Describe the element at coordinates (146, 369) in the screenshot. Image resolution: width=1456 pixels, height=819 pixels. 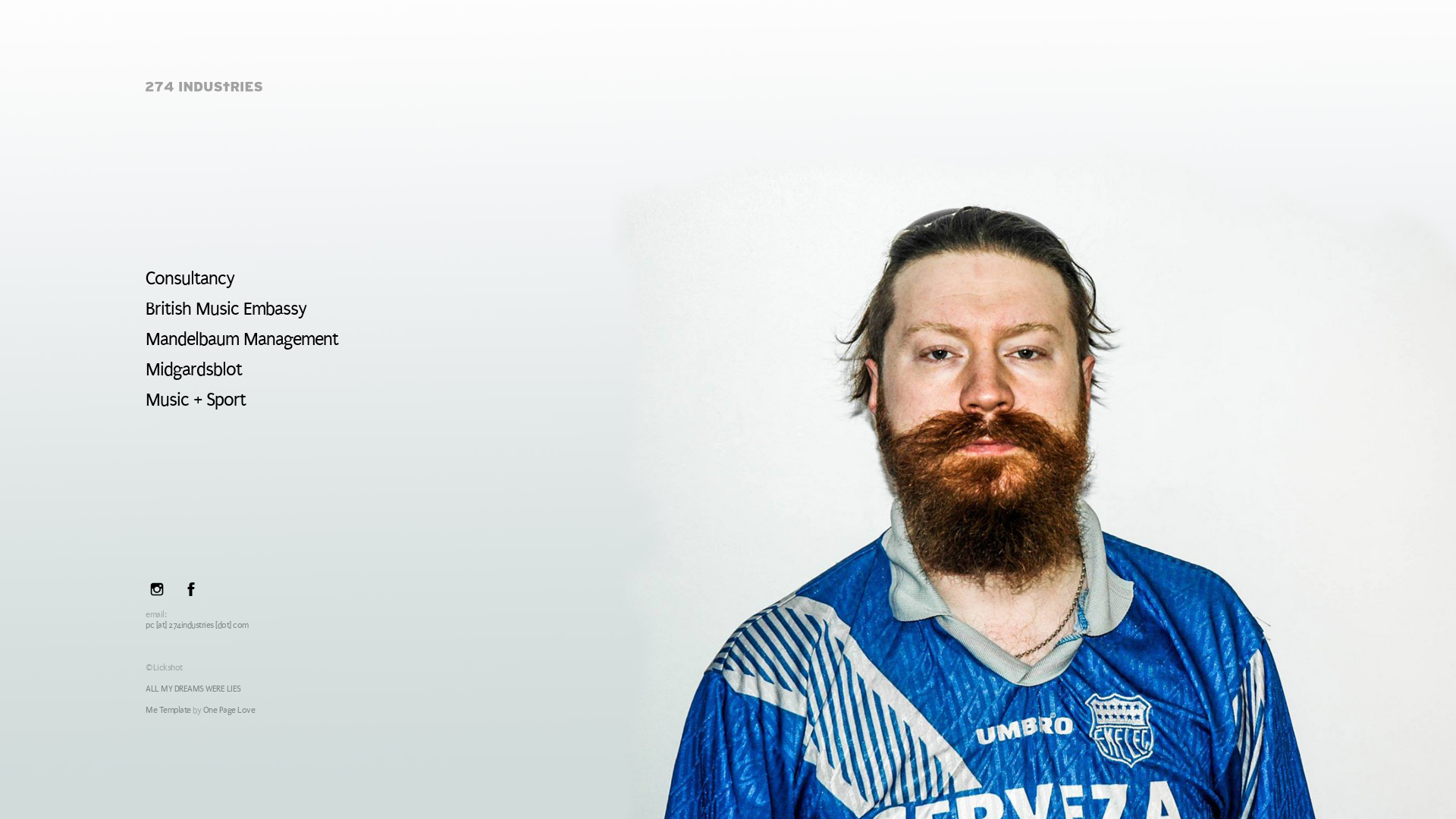
I see `'Midgardsblot'` at that location.